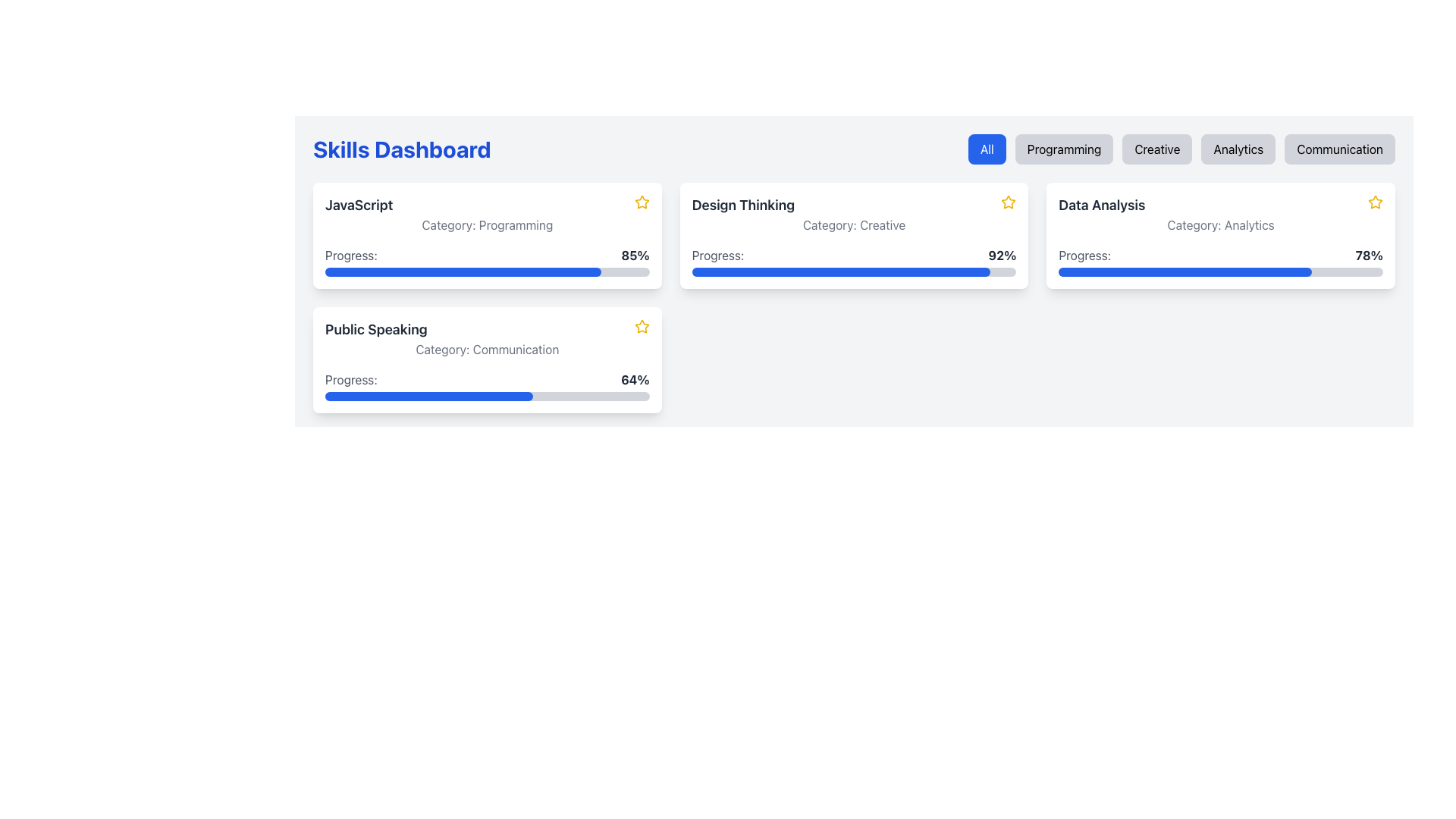  What do you see at coordinates (487, 396) in the screenshot?
I see `the Progress Bar indicating 64% completion within the 'Public Speaking' skill card located in the bottom-left section of the dashboard` at bounding box center [487, 396].